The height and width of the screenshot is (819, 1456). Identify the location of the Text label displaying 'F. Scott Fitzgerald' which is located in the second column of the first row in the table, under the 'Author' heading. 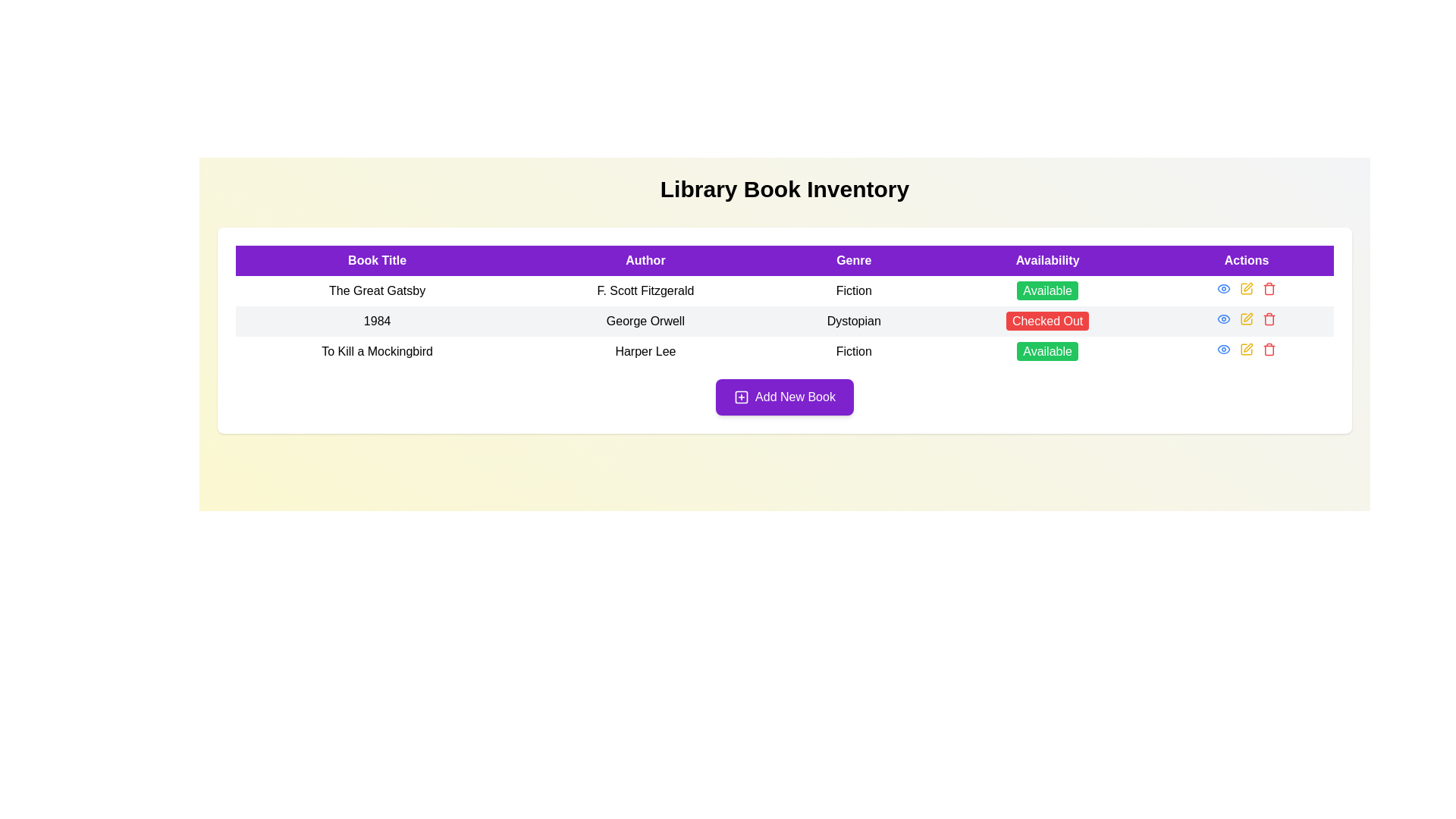
(645, 291).